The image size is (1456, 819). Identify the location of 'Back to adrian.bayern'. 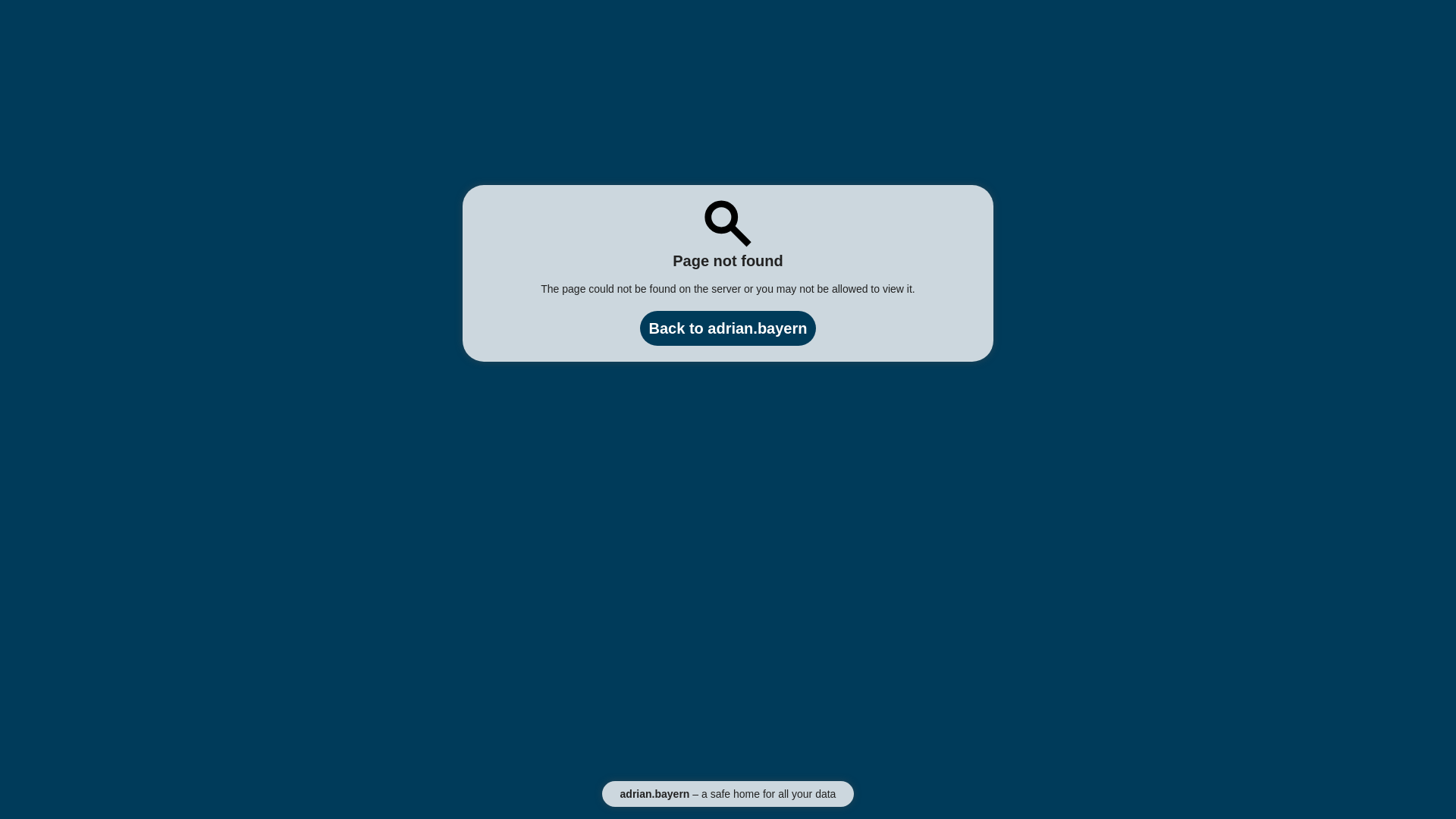
(728, 327).